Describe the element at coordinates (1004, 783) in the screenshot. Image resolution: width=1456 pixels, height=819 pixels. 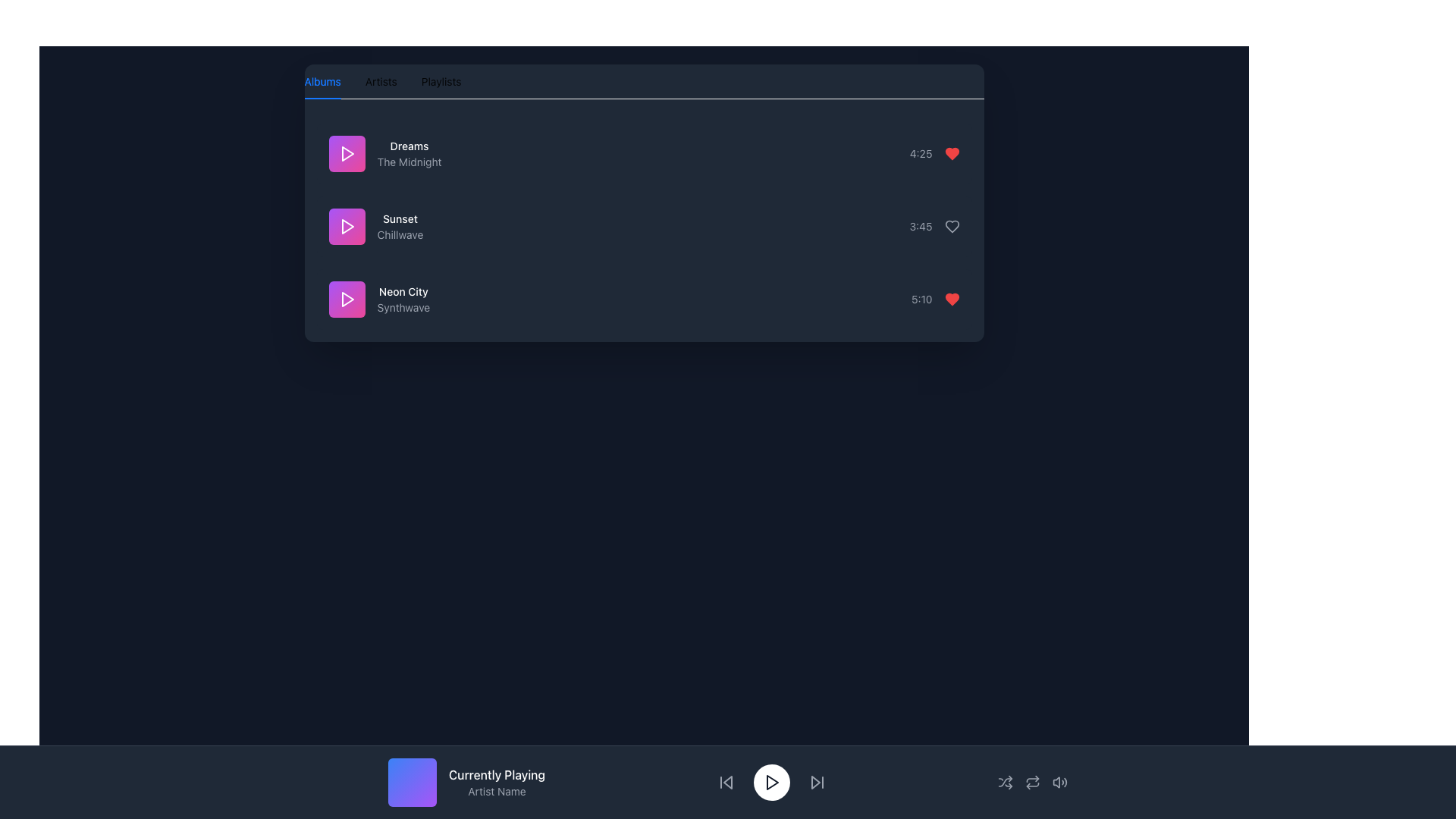
I see `the shuffle icon button, which resembles a shuffle symbol made of intersecting arrows` at that location.